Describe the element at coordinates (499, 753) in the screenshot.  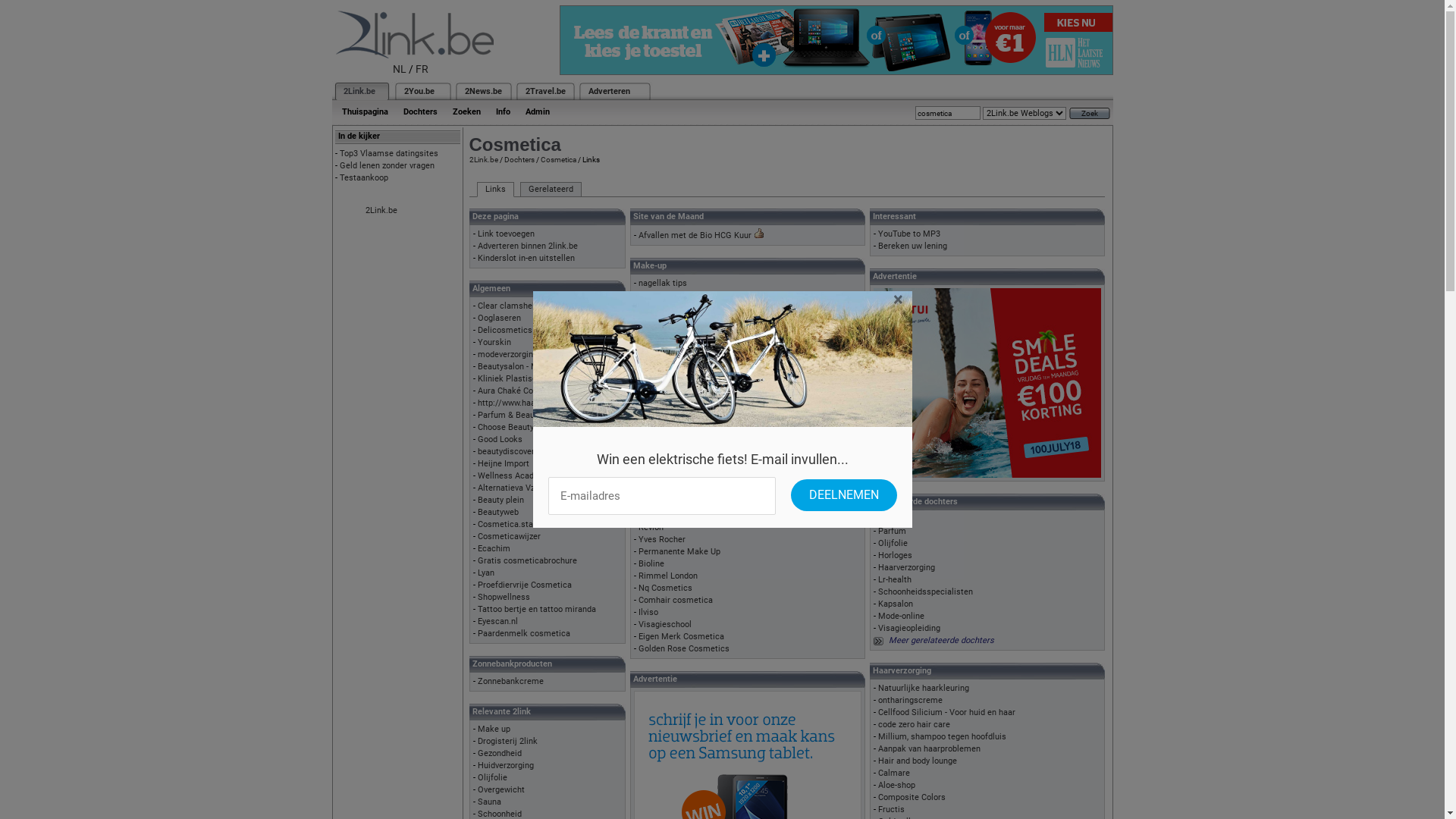
I see `'Gezondheid'` at that location.